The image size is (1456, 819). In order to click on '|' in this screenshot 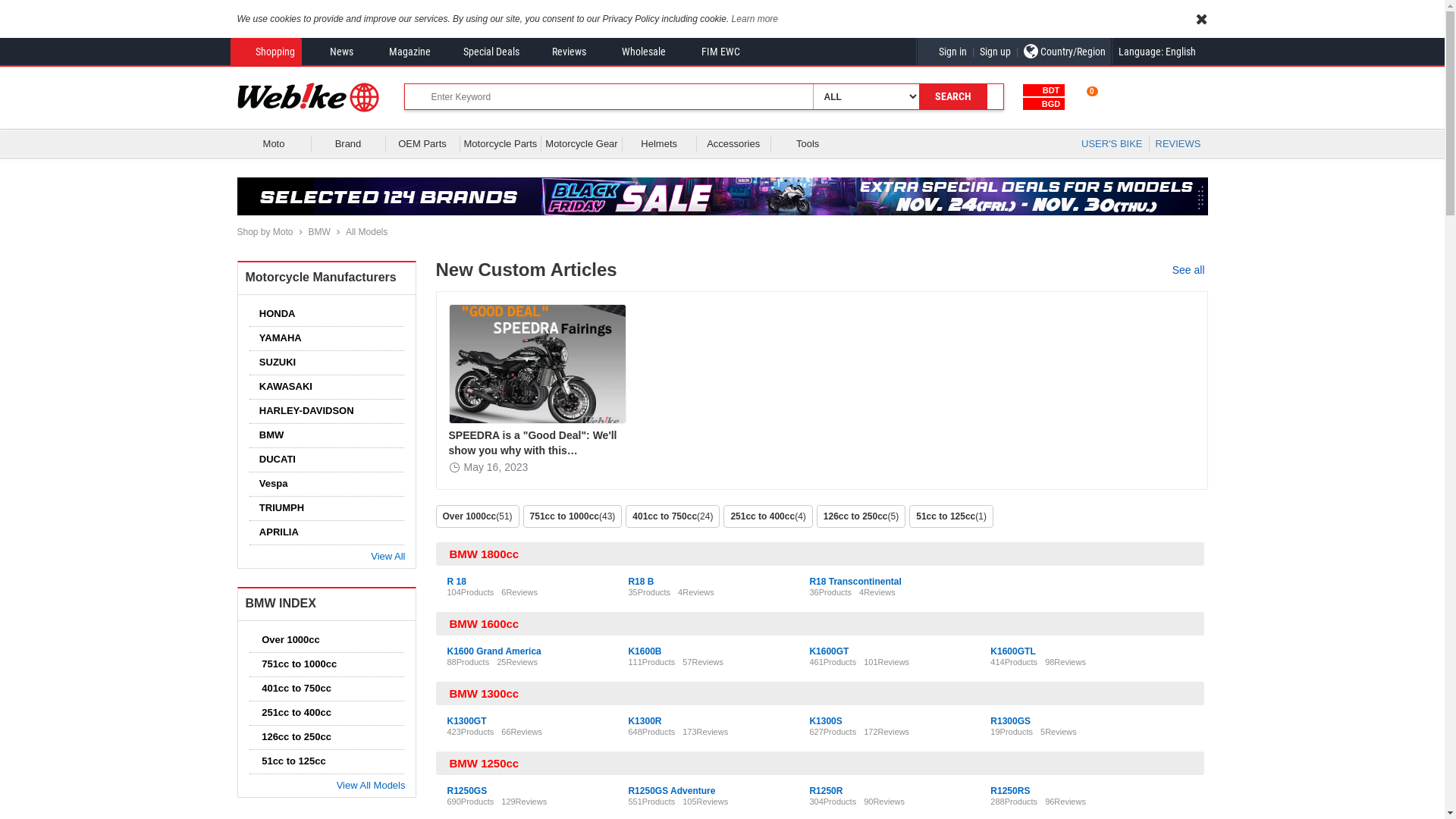, I will do `click(973, 51)`.